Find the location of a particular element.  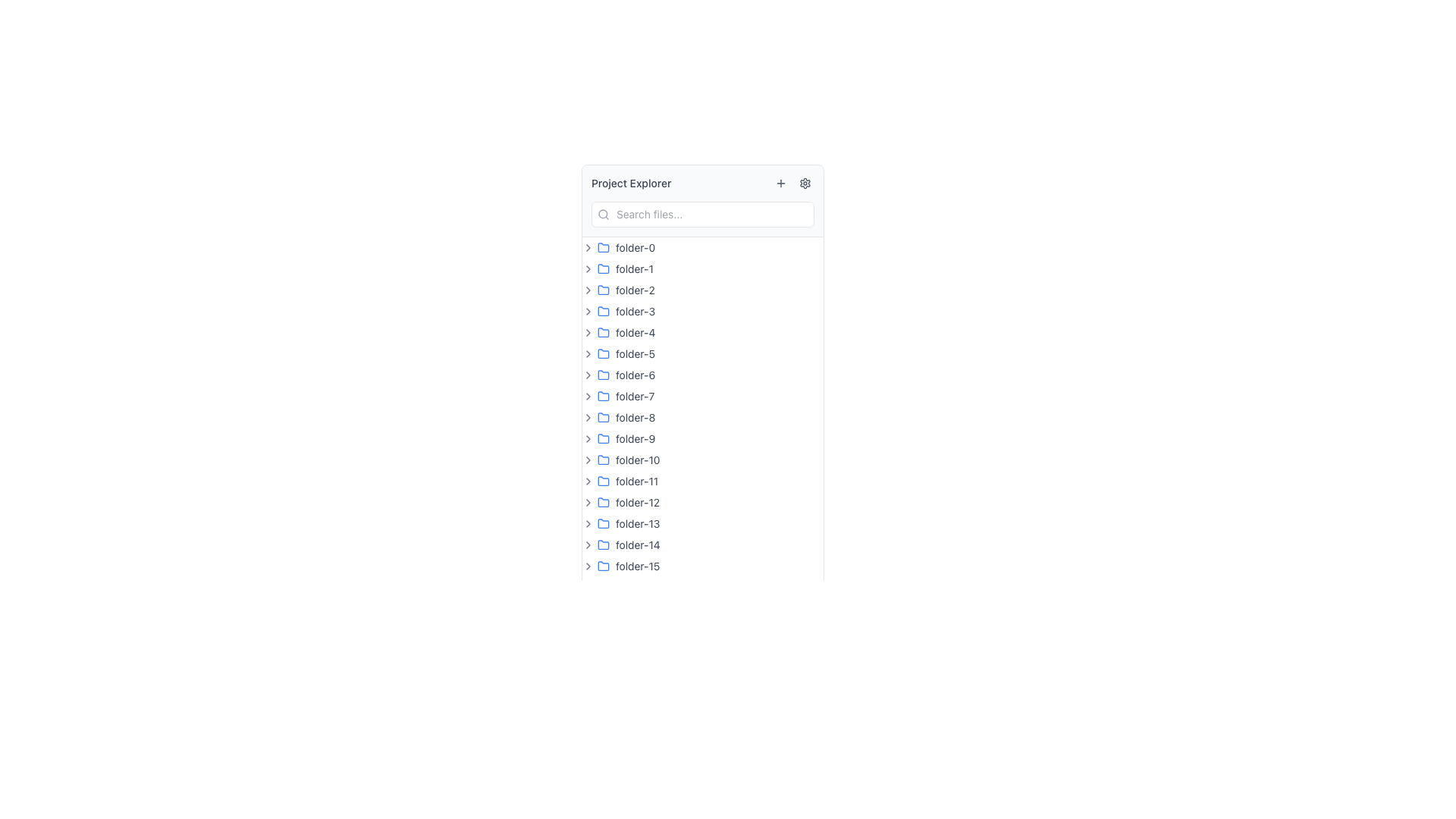

the small blue folder icon displayed before the text 'folder-15', which is part of the last listed folder entry in a vertically stacked list of folders is located at coordinates (603, 566).